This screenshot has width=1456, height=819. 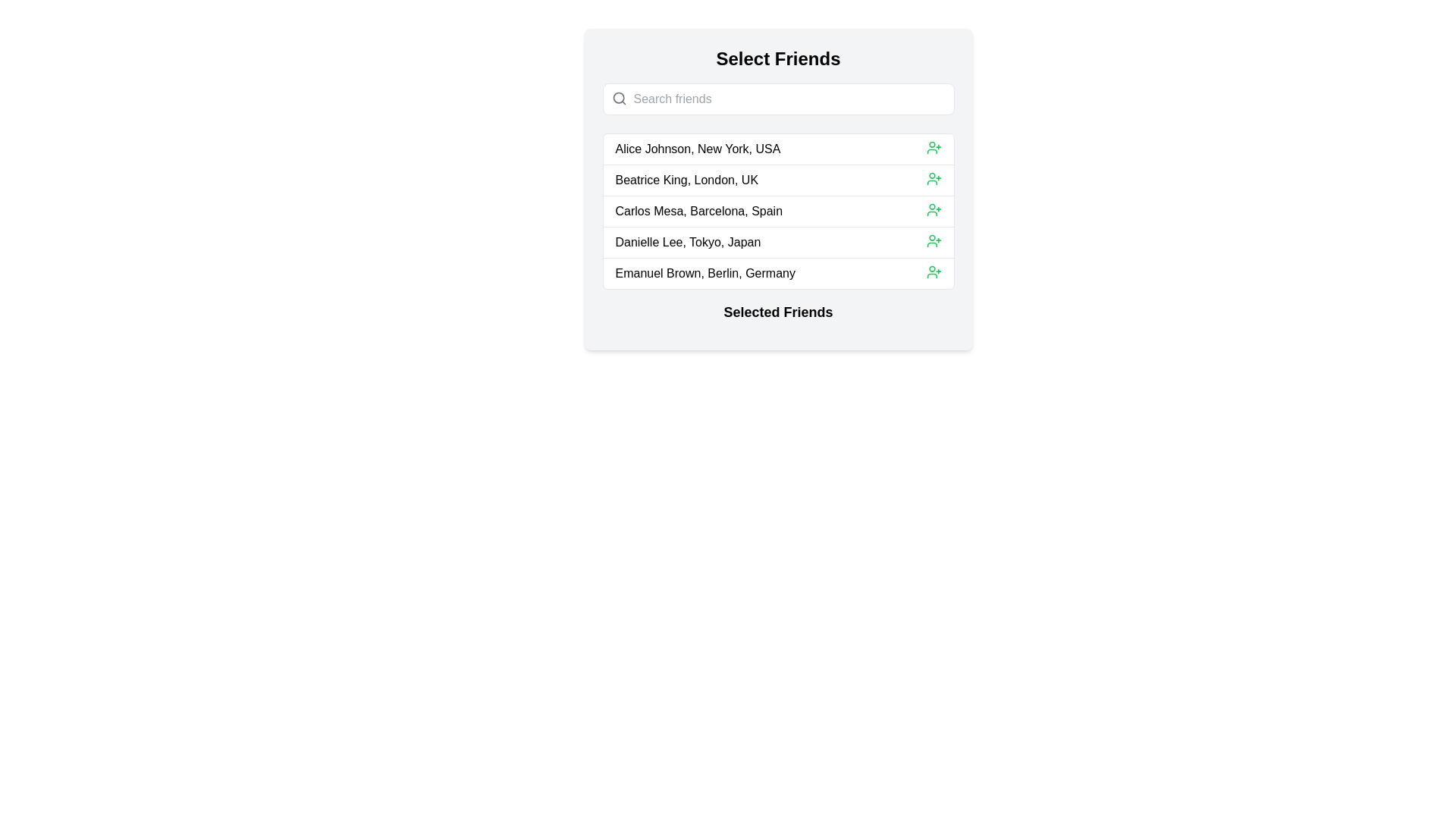 I want to click on the text label displaying 'Carlos Mesa, Barcelona, Spain', which is located in the third row of the list interface, so click(x=698, y=211).